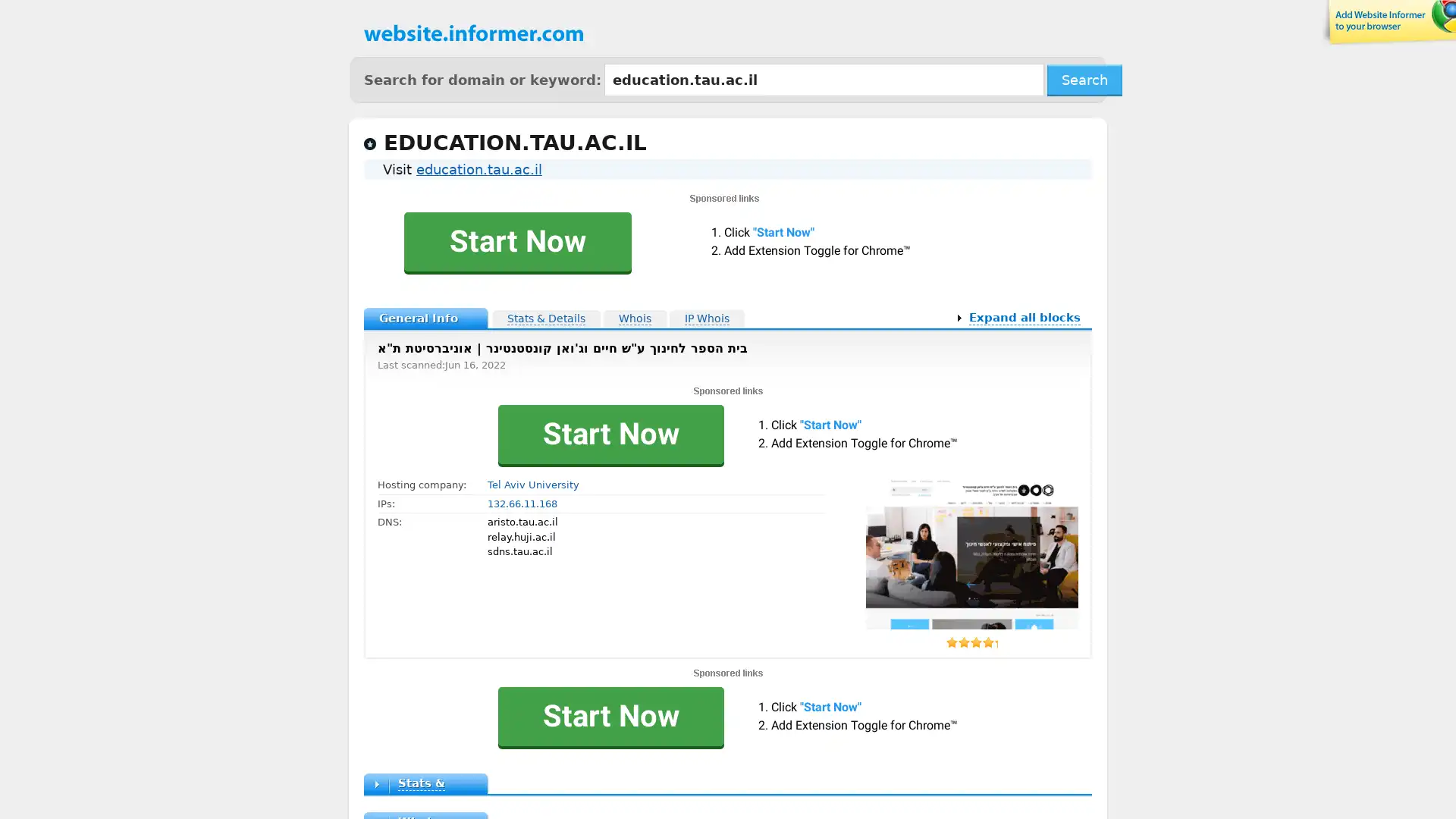 The width and height of the screenshot is (1456, 819). Describe the element at coordinates (1084, 79) in the screenshot. I see `Search` at that location.